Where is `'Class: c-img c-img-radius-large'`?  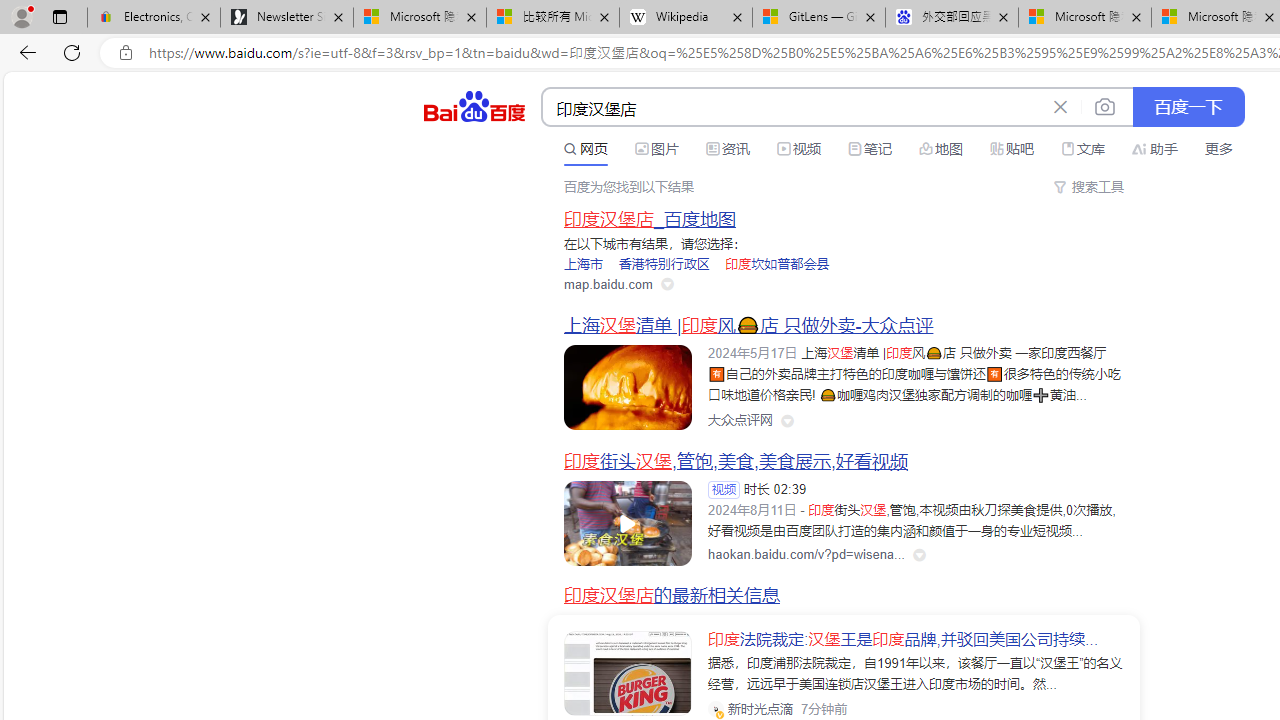 'Class: c-img c-img-radius-large' is located at coordinates (627, 673).